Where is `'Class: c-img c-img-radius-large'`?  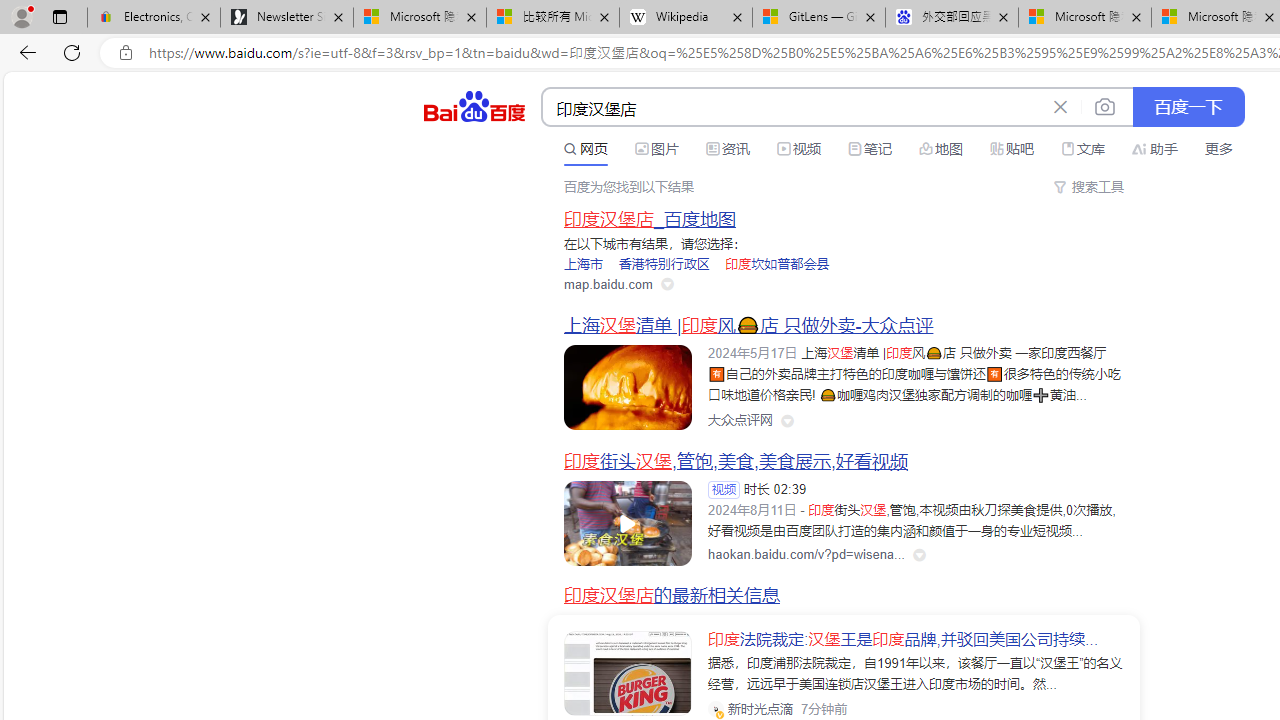 'Class: c-img c-img-radius-large' is located at coordinates (627, 673).